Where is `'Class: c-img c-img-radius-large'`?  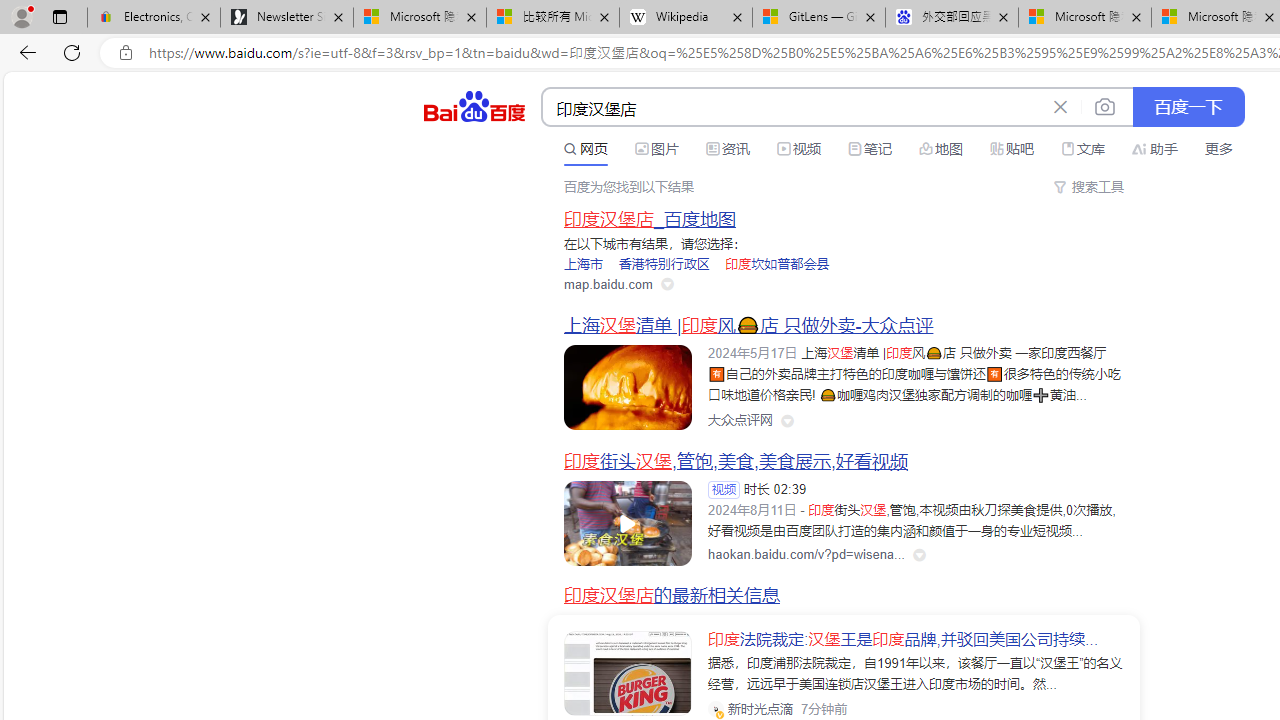 'Class: c-img c-img-radius-large' is located at coordinates (627, 673).